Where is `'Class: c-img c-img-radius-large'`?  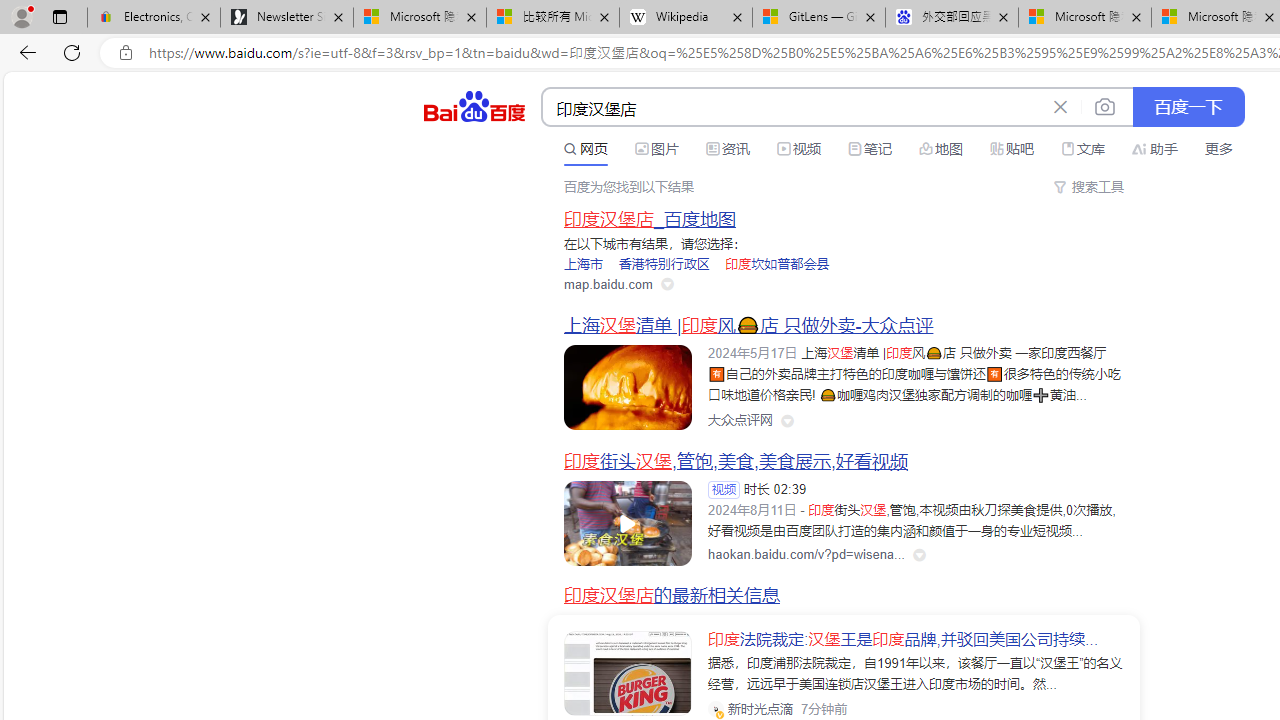 'Class: c-img c-img-radius-large' is located at coordinates (627, 673).